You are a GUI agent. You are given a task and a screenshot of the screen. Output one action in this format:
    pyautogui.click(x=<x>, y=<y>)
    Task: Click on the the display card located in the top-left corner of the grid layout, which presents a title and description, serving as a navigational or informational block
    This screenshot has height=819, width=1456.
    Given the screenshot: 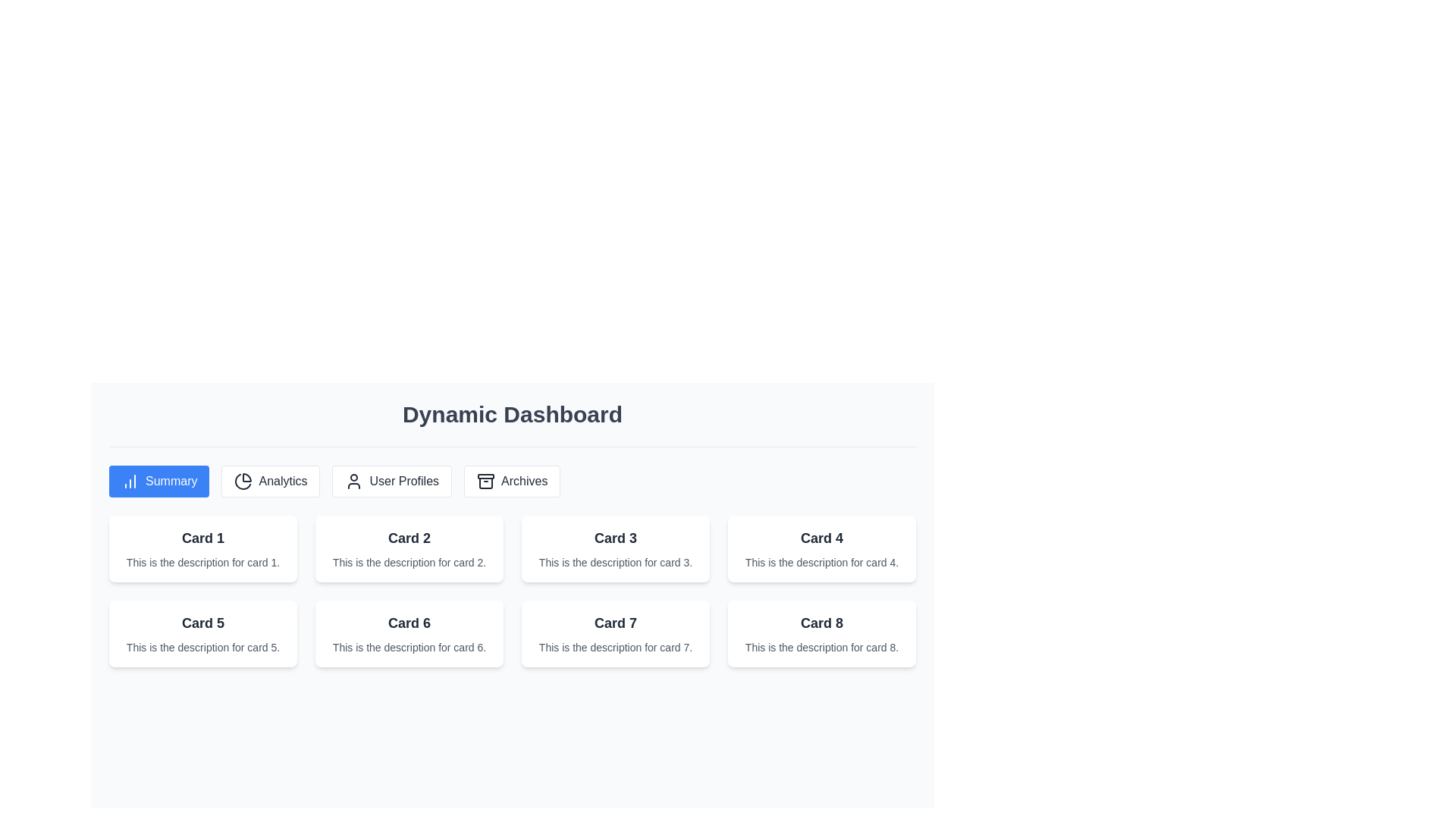 What is the action you would take?
    pyautogui.click(x=202, y=549)
    